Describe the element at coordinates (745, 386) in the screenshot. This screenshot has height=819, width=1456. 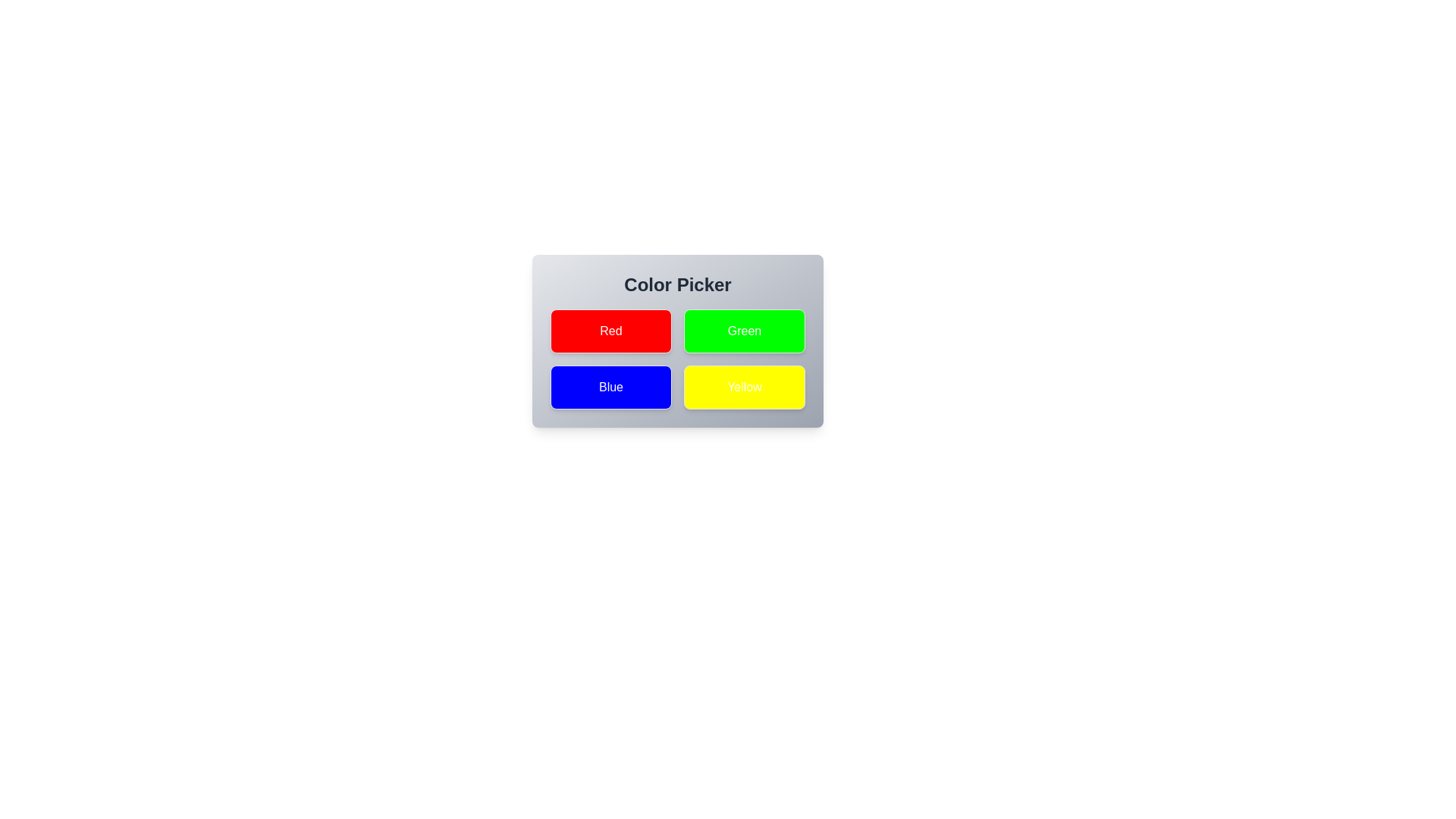
I see `the button corresponding to the color Yellow` at that location.